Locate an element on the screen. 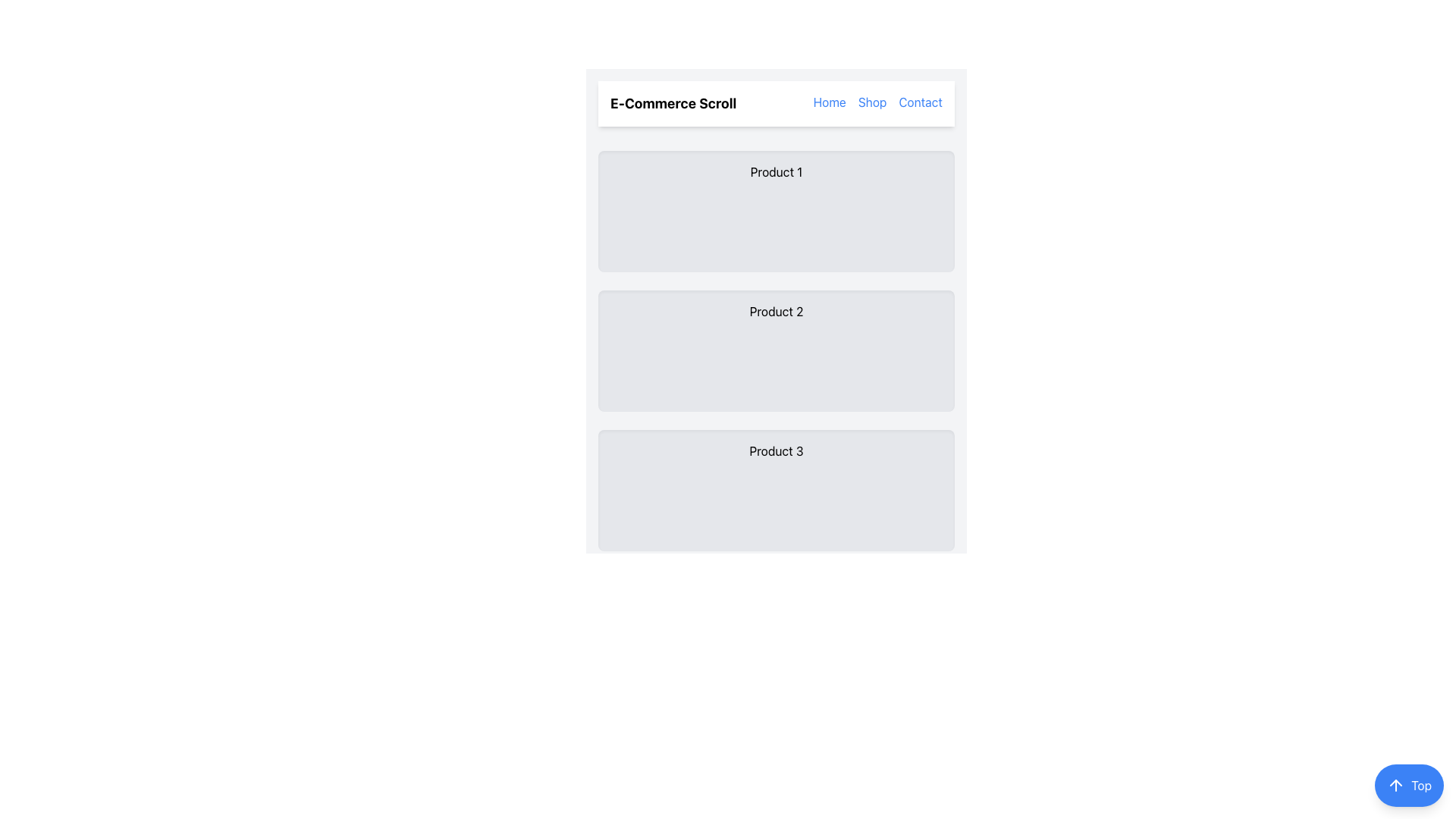  the 'Shop' hyperlink in the top-right corner navigation bar is located at coordinates (872, 102).